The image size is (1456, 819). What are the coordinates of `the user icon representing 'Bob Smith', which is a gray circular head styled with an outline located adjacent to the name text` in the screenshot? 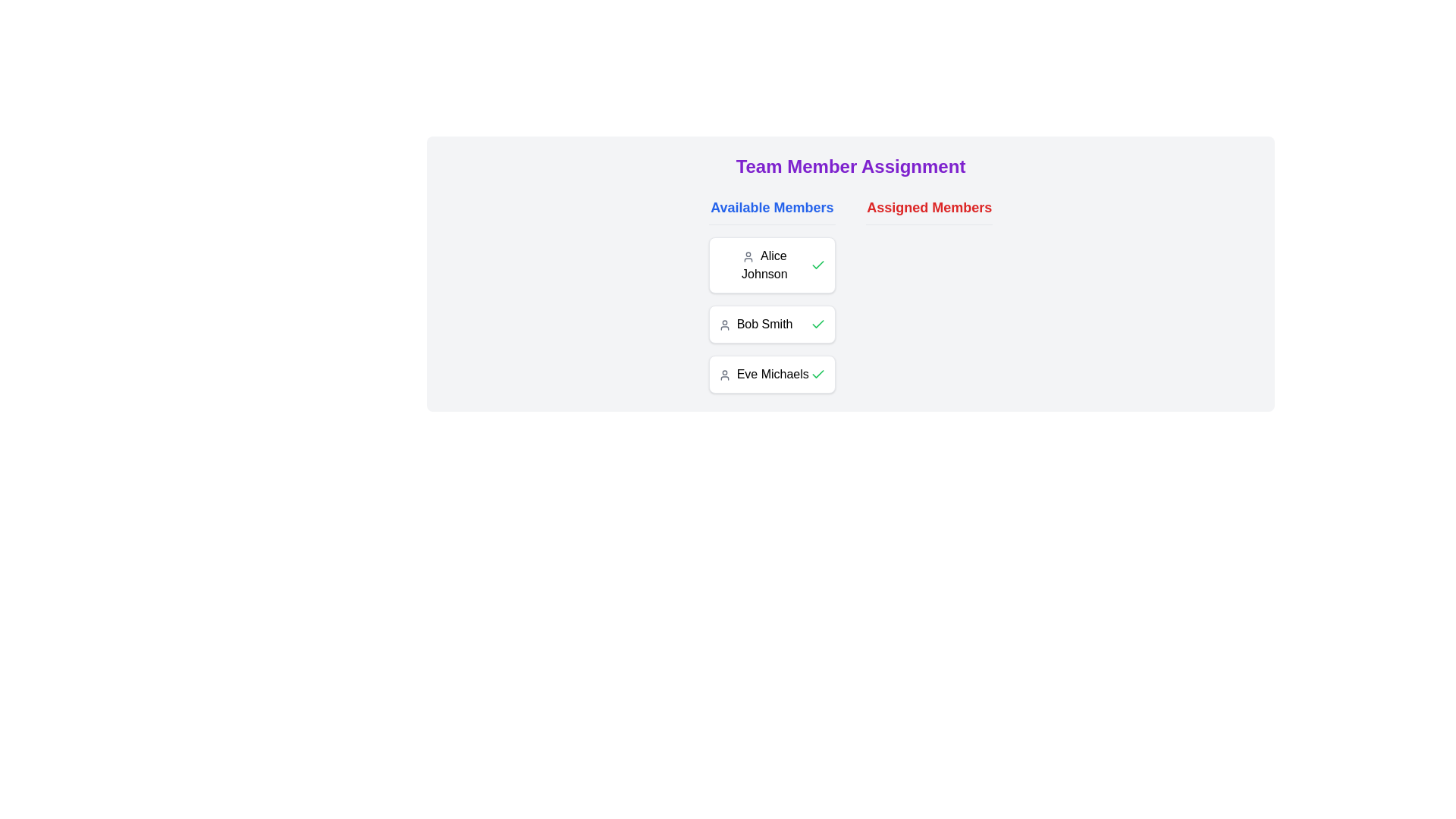 It's located at (723, 324).